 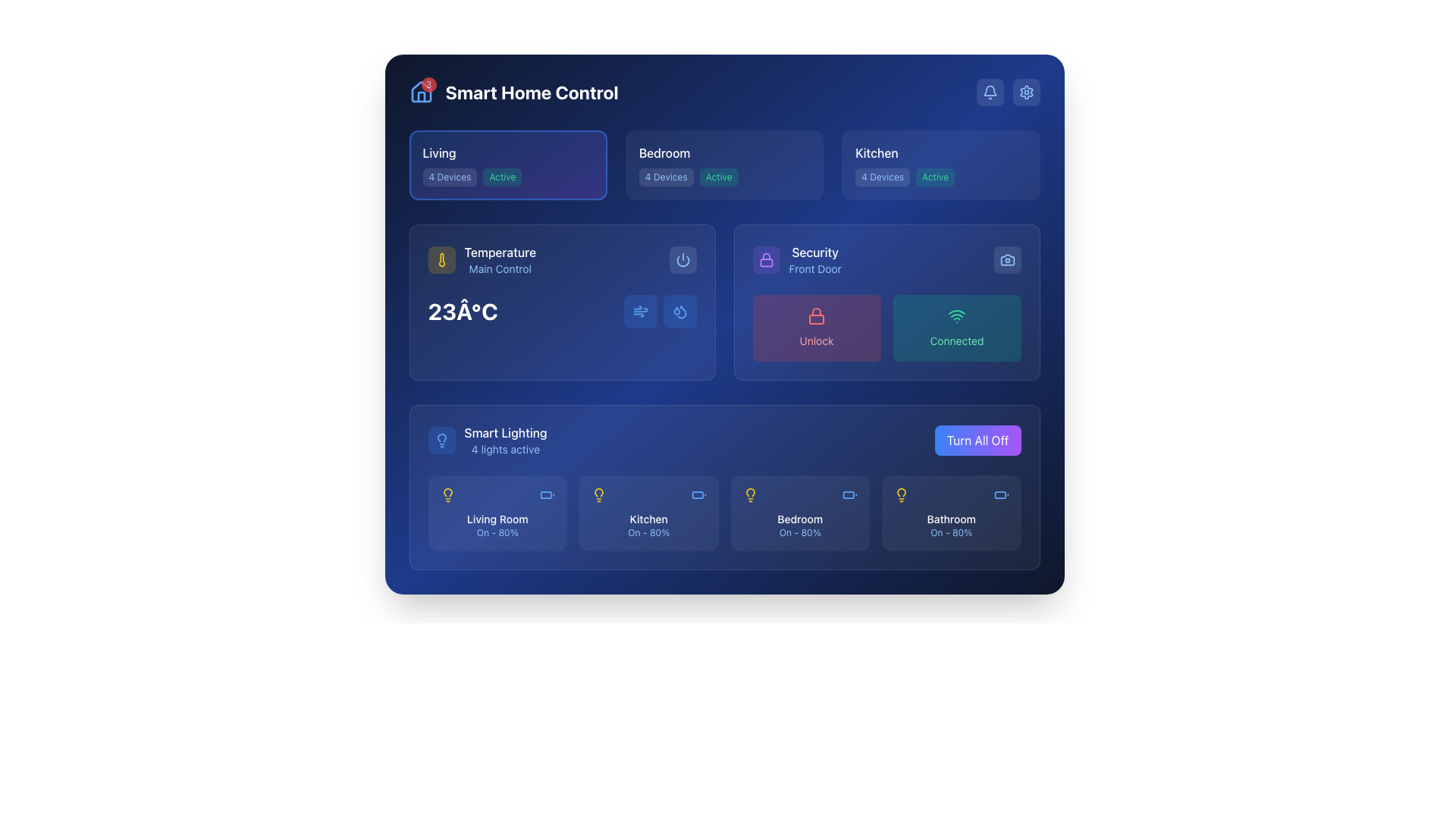 What do you see at coordinates (506, 449) in the screenshot?
I see `the text label displaying '4 lights active', which is located below 'Smart Lighting' in the lighting control section` at bounding box center [506, 449].